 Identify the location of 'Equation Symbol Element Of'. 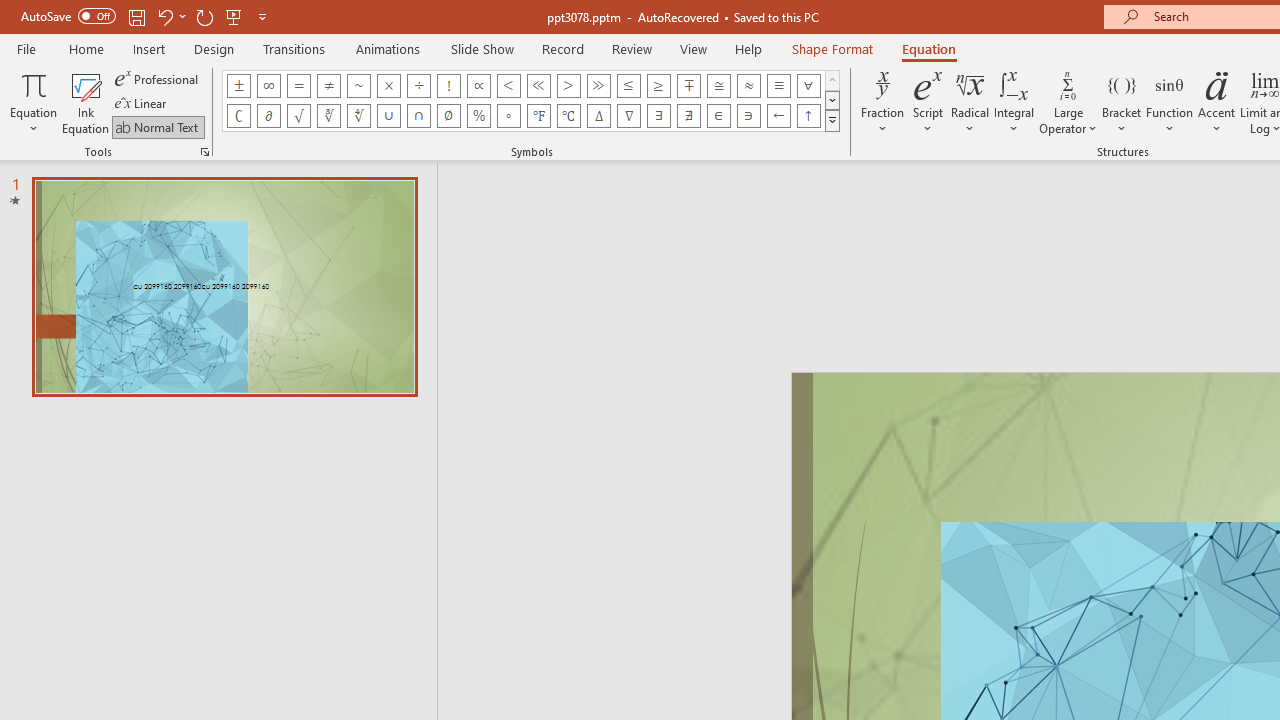
(718, 115).